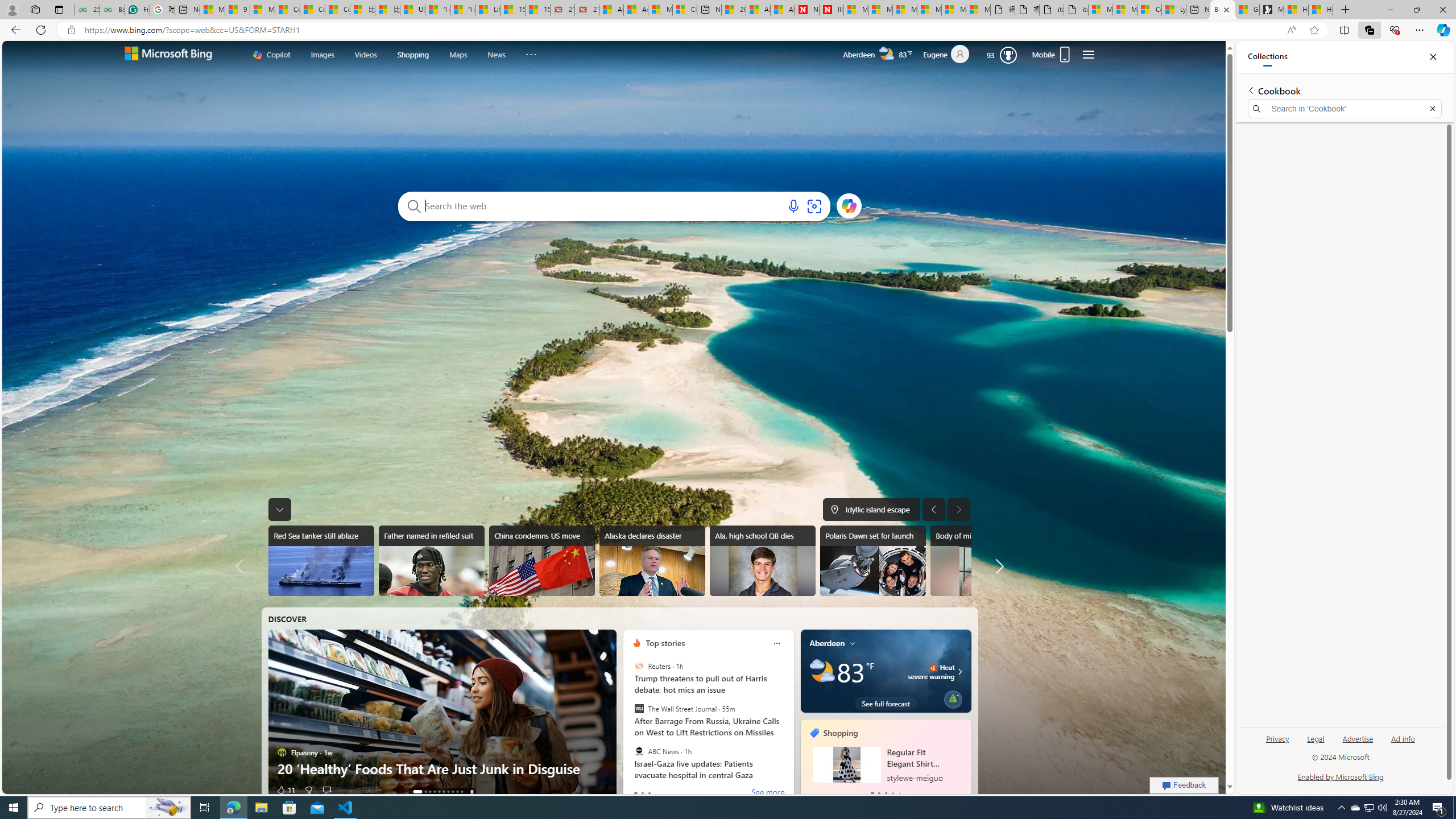  I want to click on 'Maps', so click(458, 54).